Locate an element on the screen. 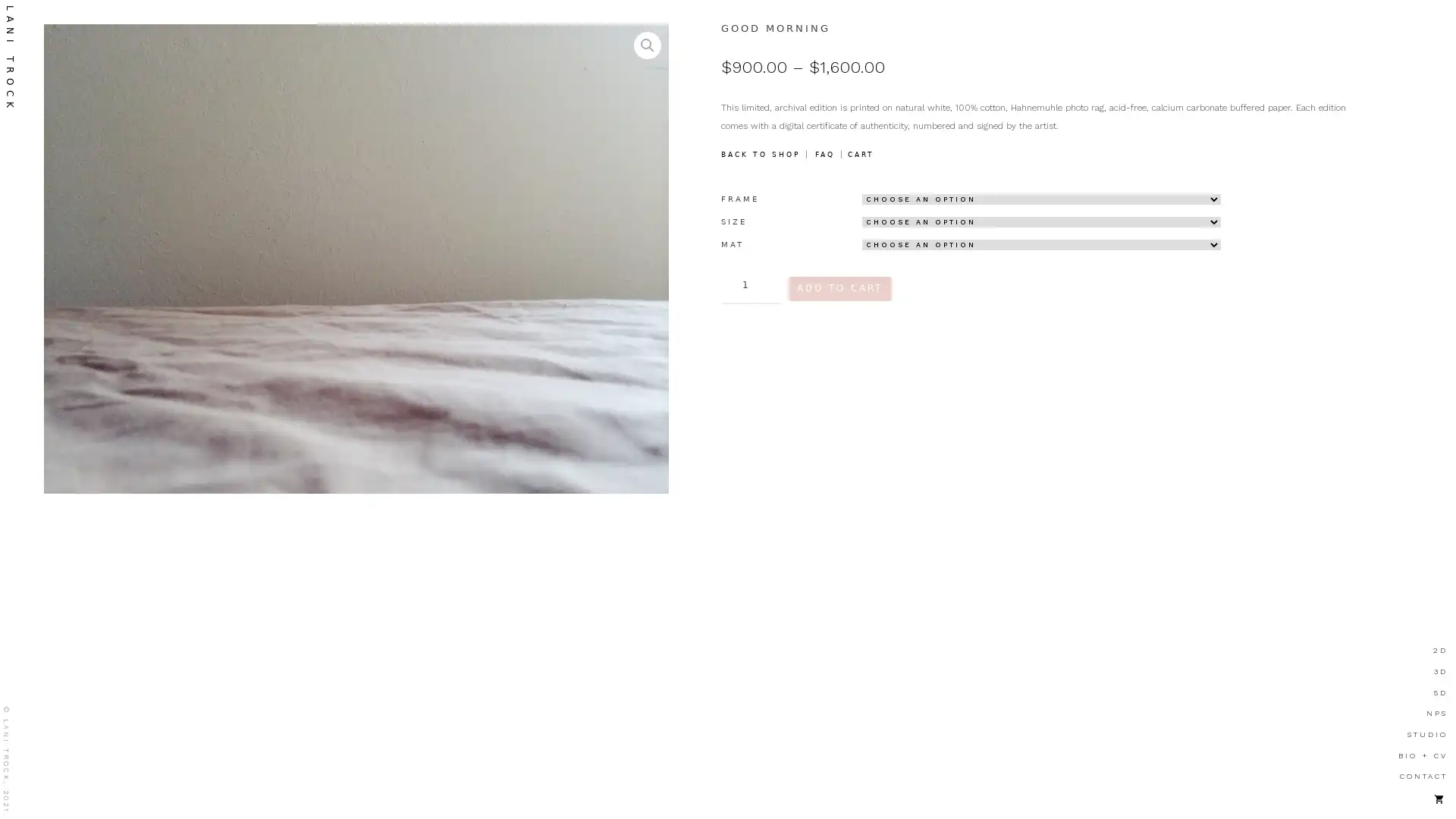 The image size is (1456, 819). ADD TO CART is located at coordinates (839, 288).